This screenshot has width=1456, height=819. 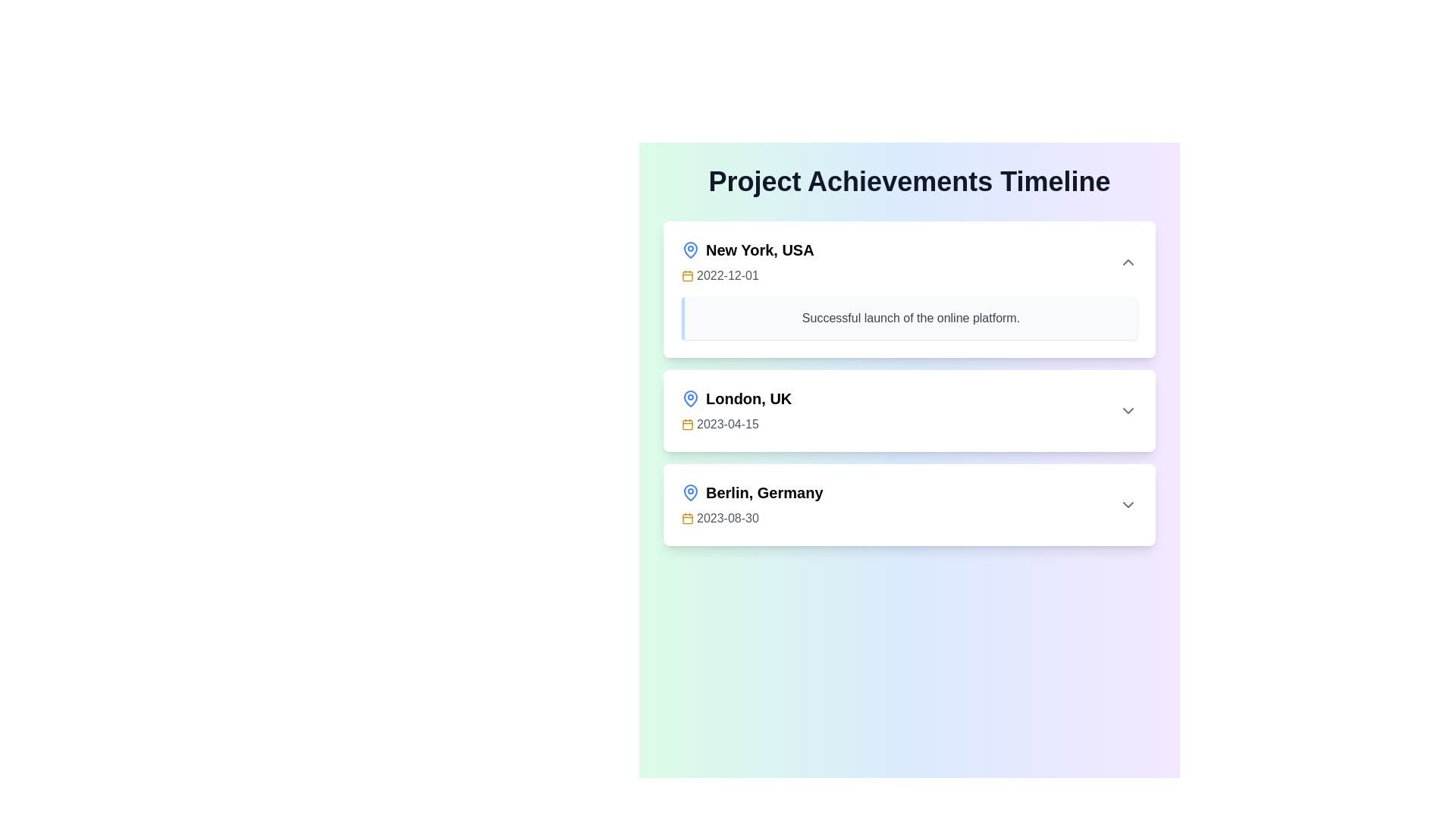 What do you see at coordinates (736, 424) in the screenshot?
I see `the date text label displaying '2023-04-15', which is located beneath the location header 'London, UK' and aligns with a yellow calendar icon` at bounding box center [736, 424].